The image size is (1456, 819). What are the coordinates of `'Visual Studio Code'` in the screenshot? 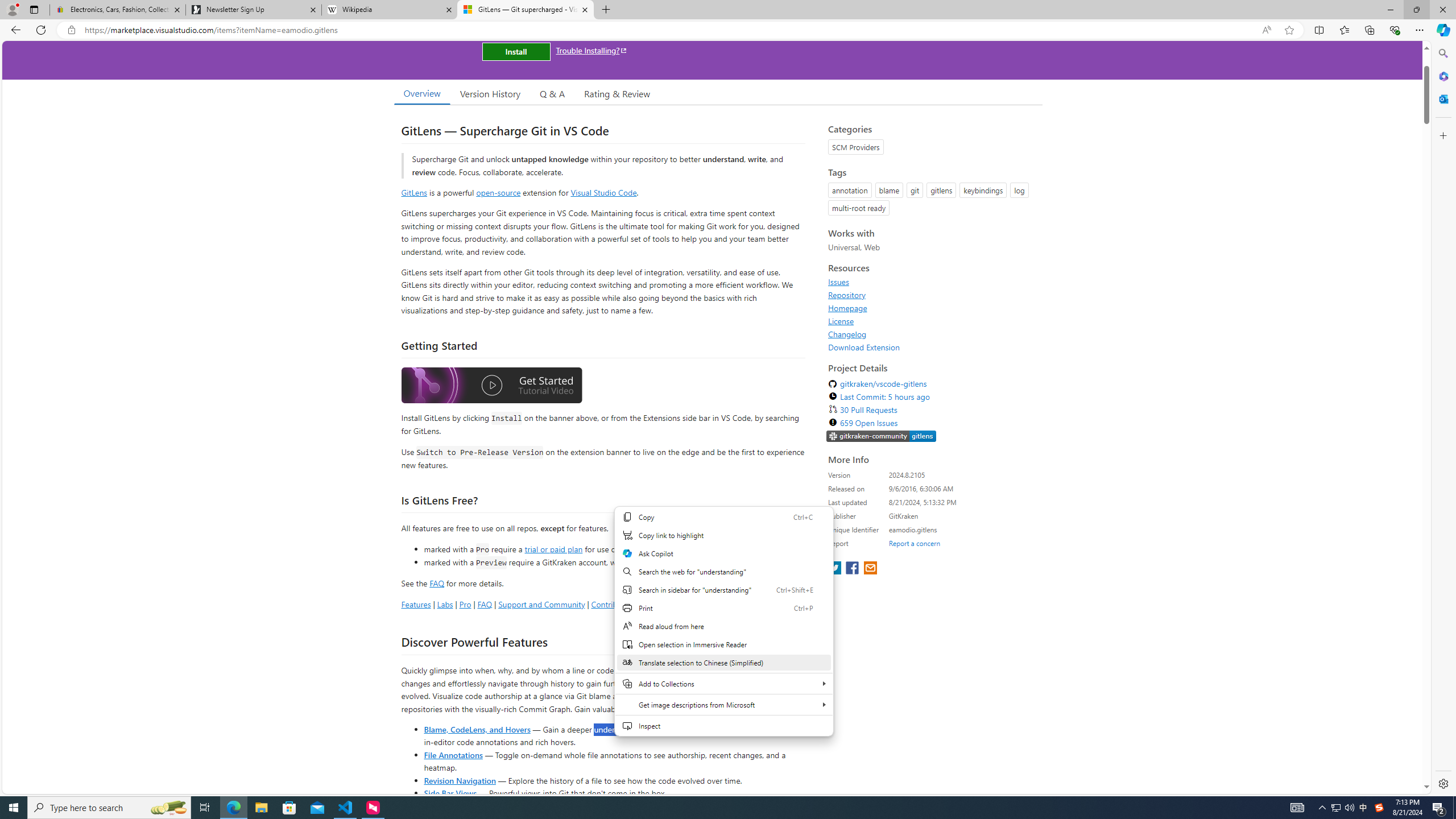 It's located at (603, 192).